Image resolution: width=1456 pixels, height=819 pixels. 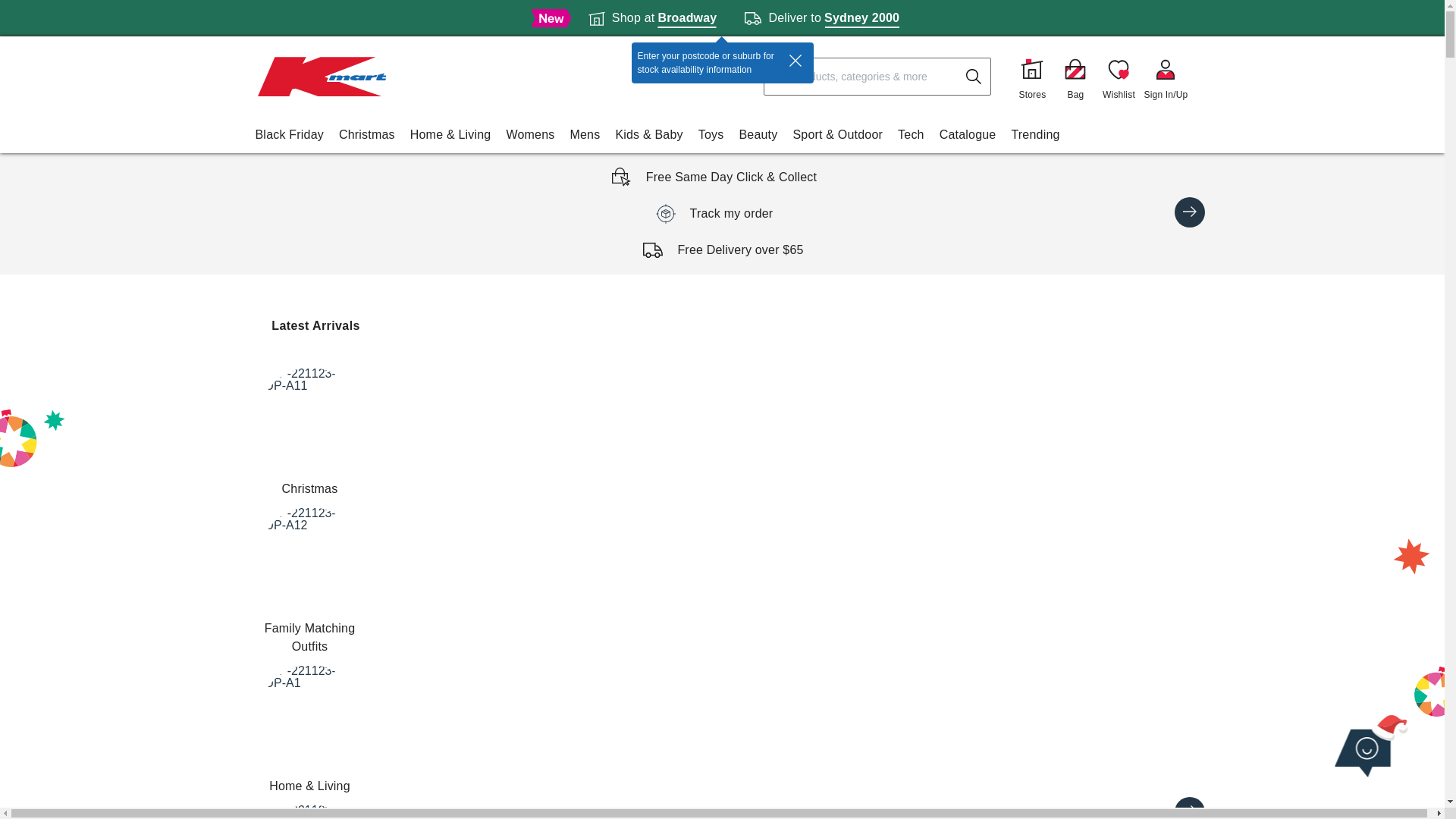 I want to click on 'Catalogue', so click(x=967, y=133).